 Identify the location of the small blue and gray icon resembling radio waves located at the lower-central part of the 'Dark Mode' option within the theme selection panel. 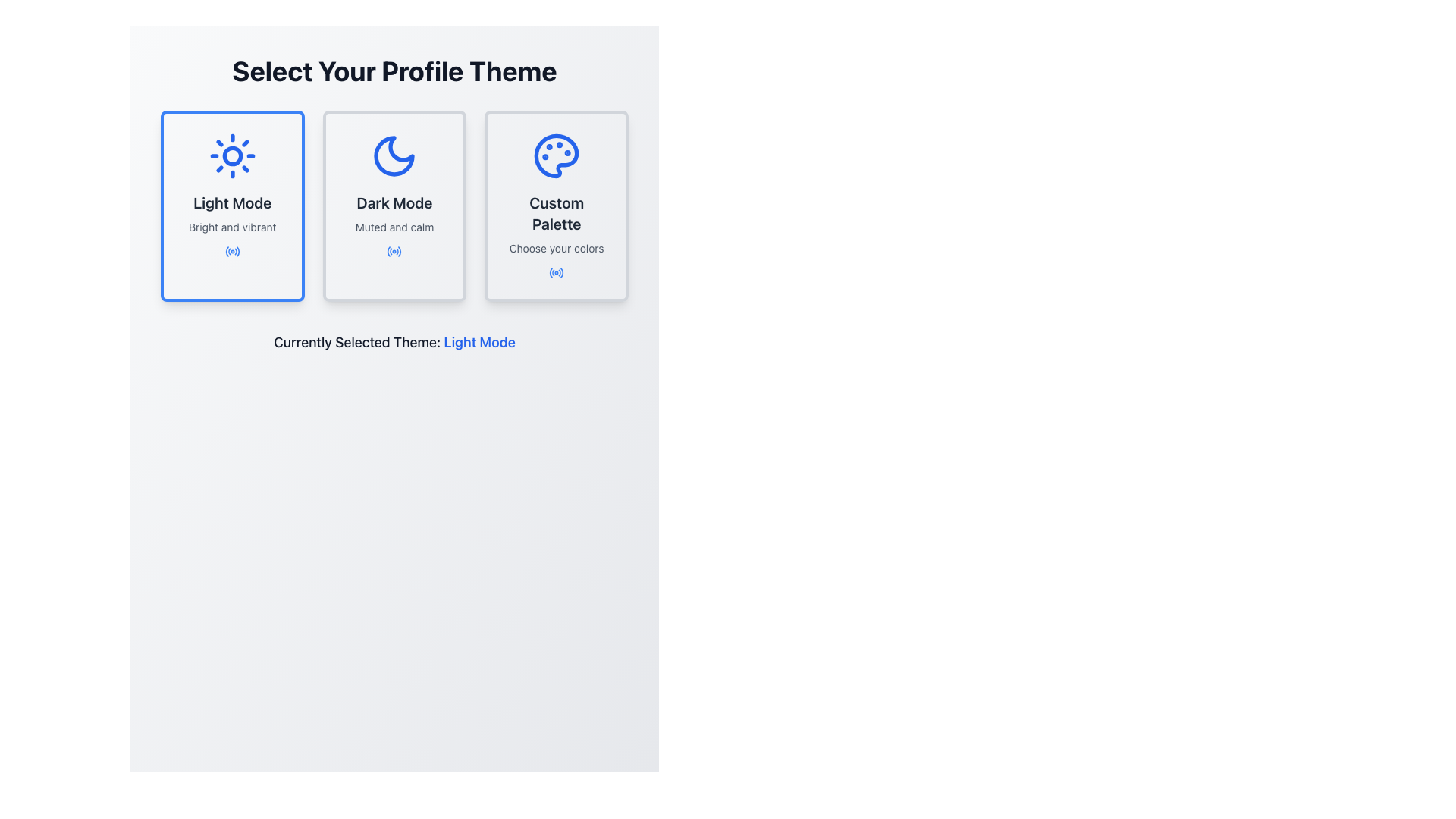
(394, 250).